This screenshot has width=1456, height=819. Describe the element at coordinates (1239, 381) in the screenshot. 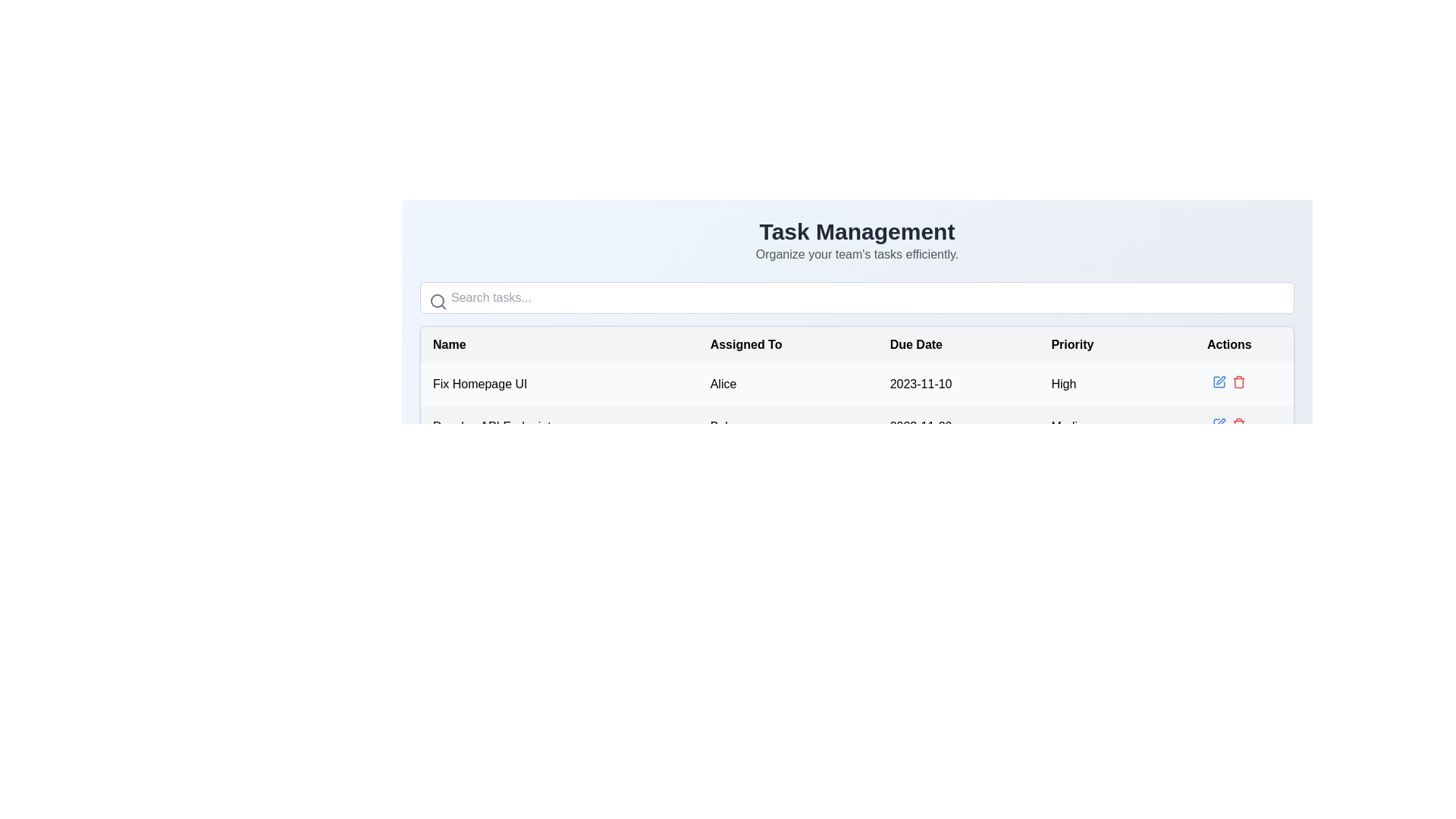

I see `the red trash bin icon located in the 'Actions' column of the task management table for the task 'Fix Homepage UI' to trigger the hover effect that darkens its color` at that location.